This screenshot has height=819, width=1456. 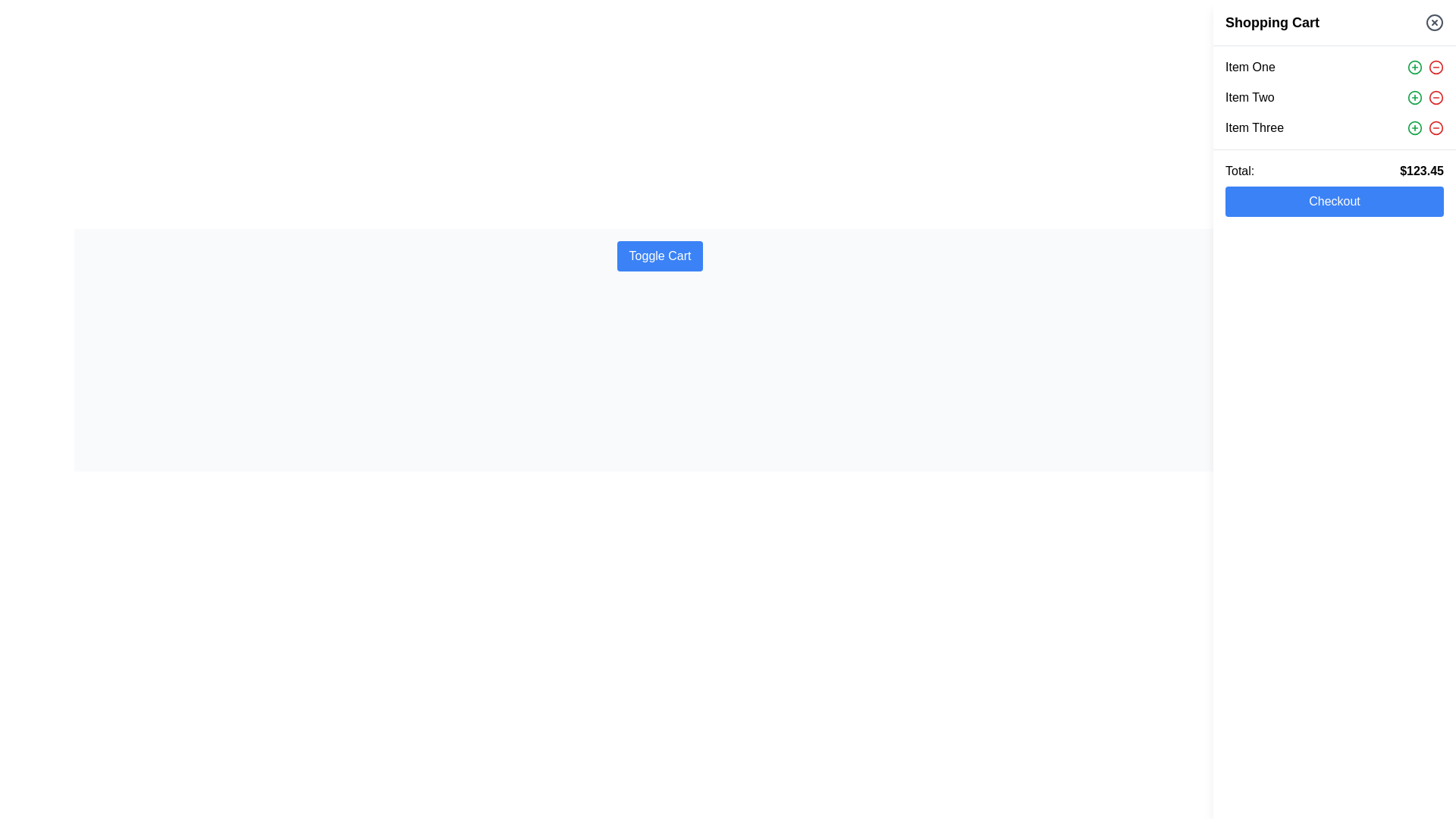 What do you see at coordinates (1425, 127) in the screenshot?
I see `the green '+' button to increase the quantity of 'Item Three' in the shopping cart panel, located on the far-right within the row labeled 'Item Three'` at bounding box center [1425, 127].